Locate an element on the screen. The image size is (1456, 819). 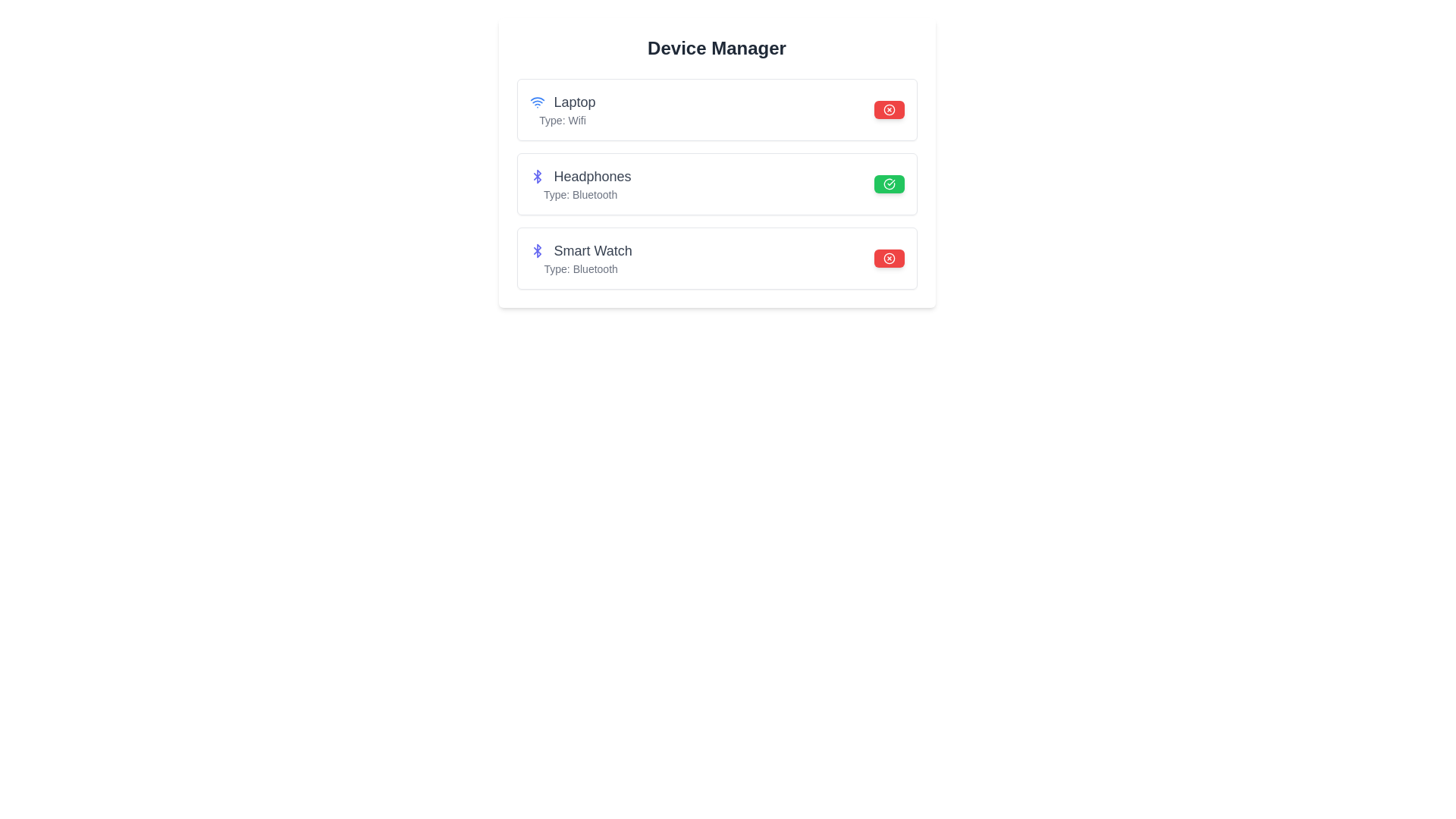
the action button located at the right end of the 'Smart Watch' row in the 'Device Manager' interface is located at coordinates (889, 257).